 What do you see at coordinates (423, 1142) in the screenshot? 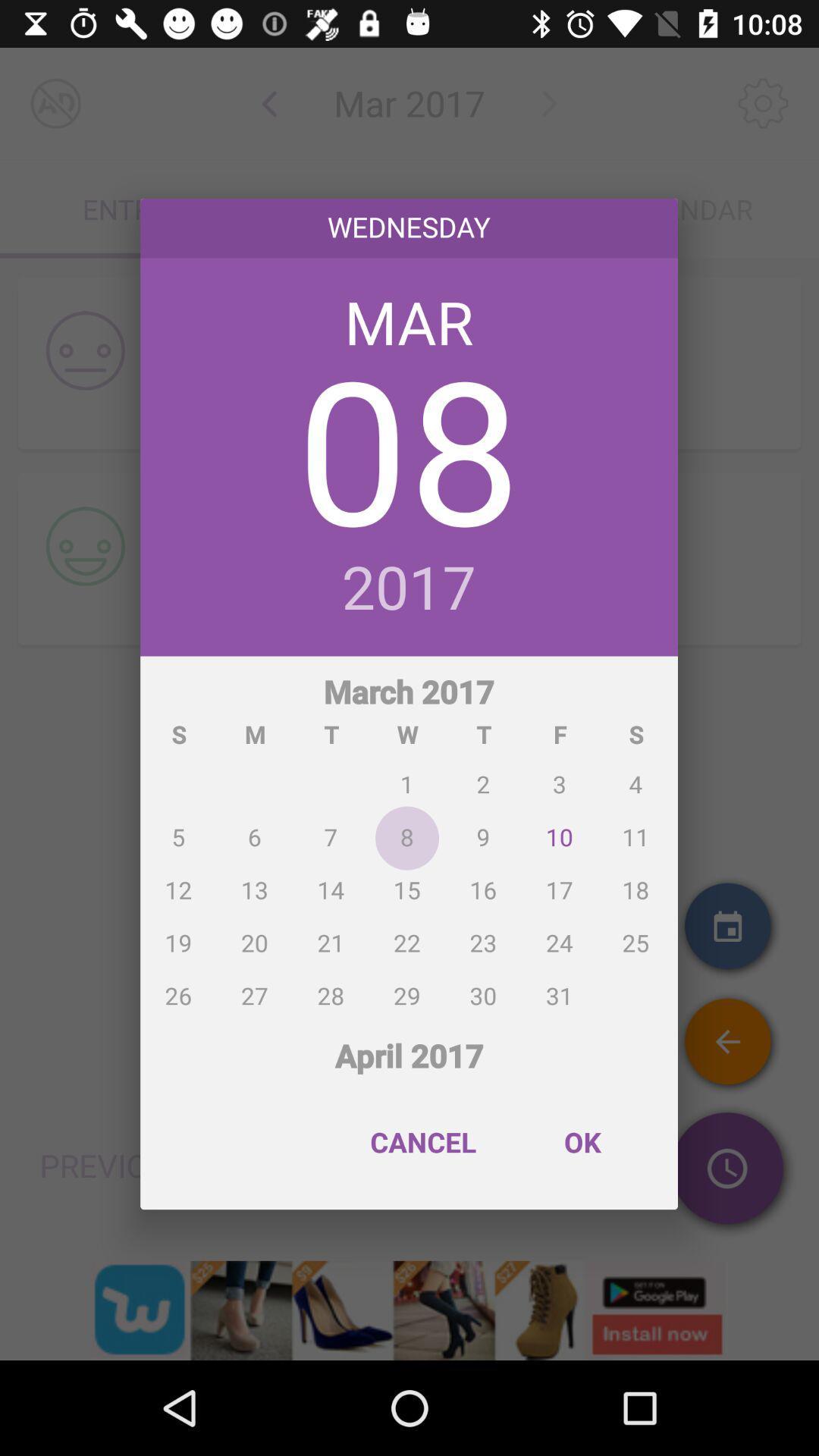
I see `the cancel button` at bounding box center [423, 1142].